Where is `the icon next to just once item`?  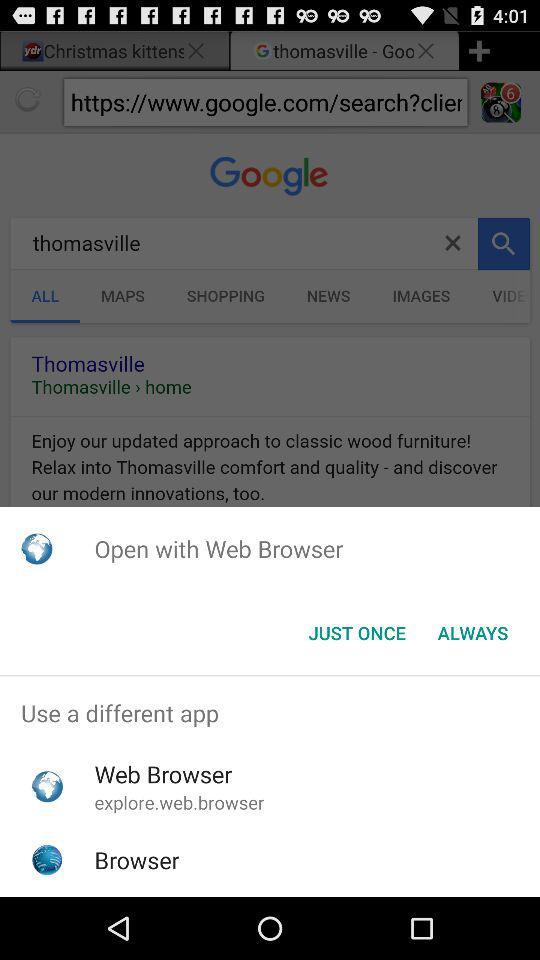 the icon next to just once item is located at coordinates (472, 632).